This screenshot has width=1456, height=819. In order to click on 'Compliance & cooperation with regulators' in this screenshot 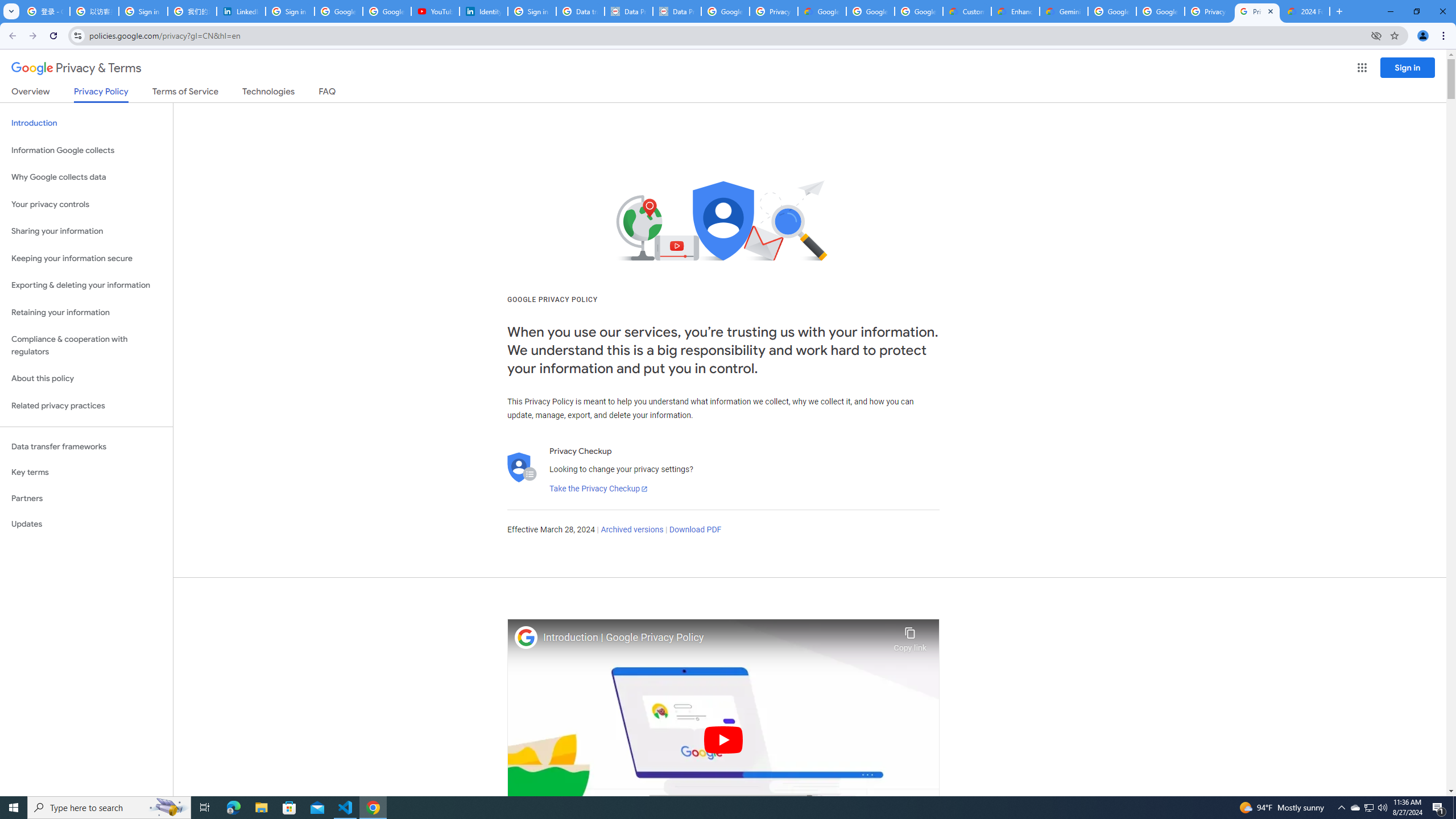, I will do `click(86, 346)`.